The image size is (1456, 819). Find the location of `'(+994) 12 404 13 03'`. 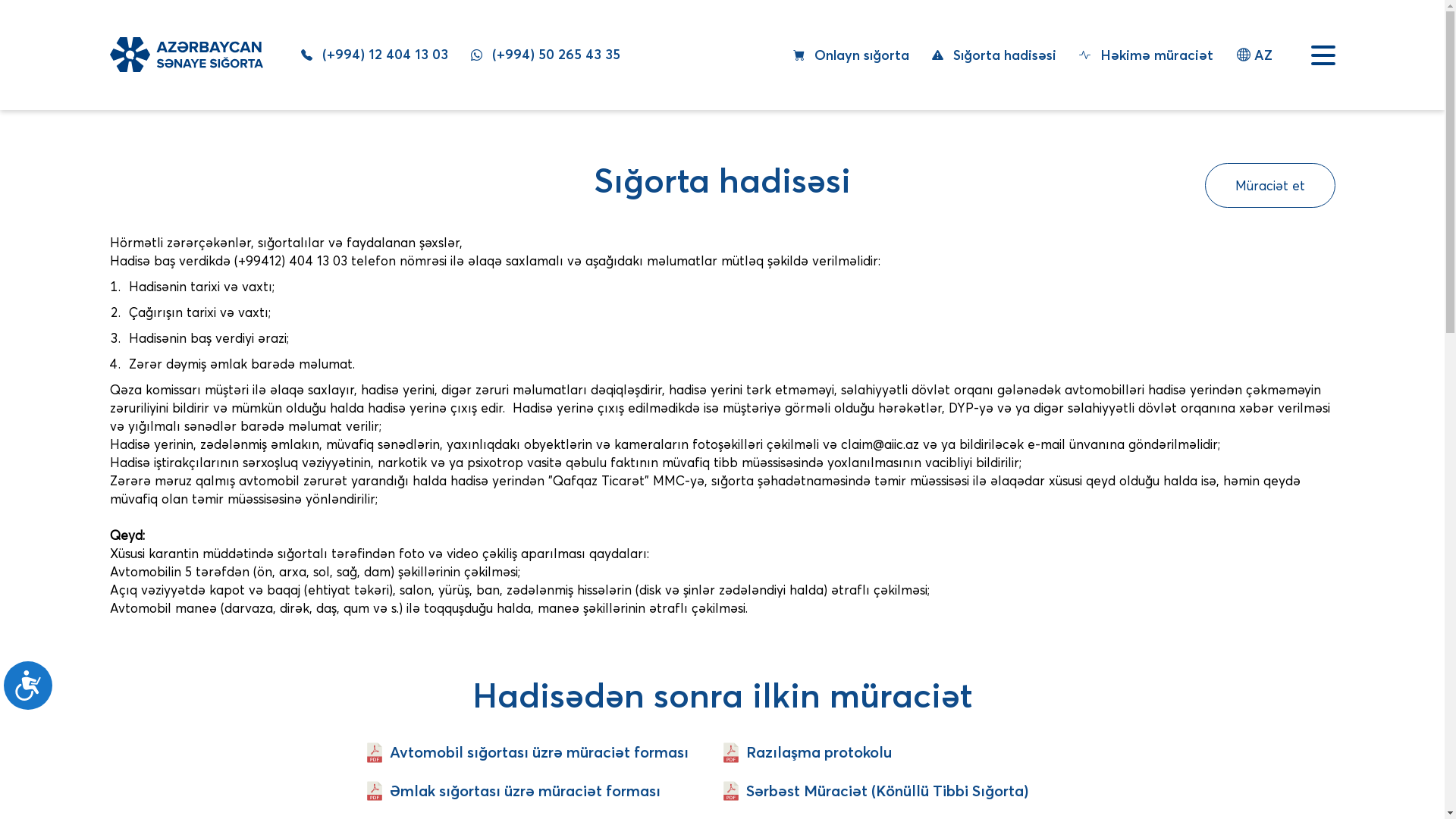

'(+994) 12 404 13 03' is located at coordinates (300, 54).